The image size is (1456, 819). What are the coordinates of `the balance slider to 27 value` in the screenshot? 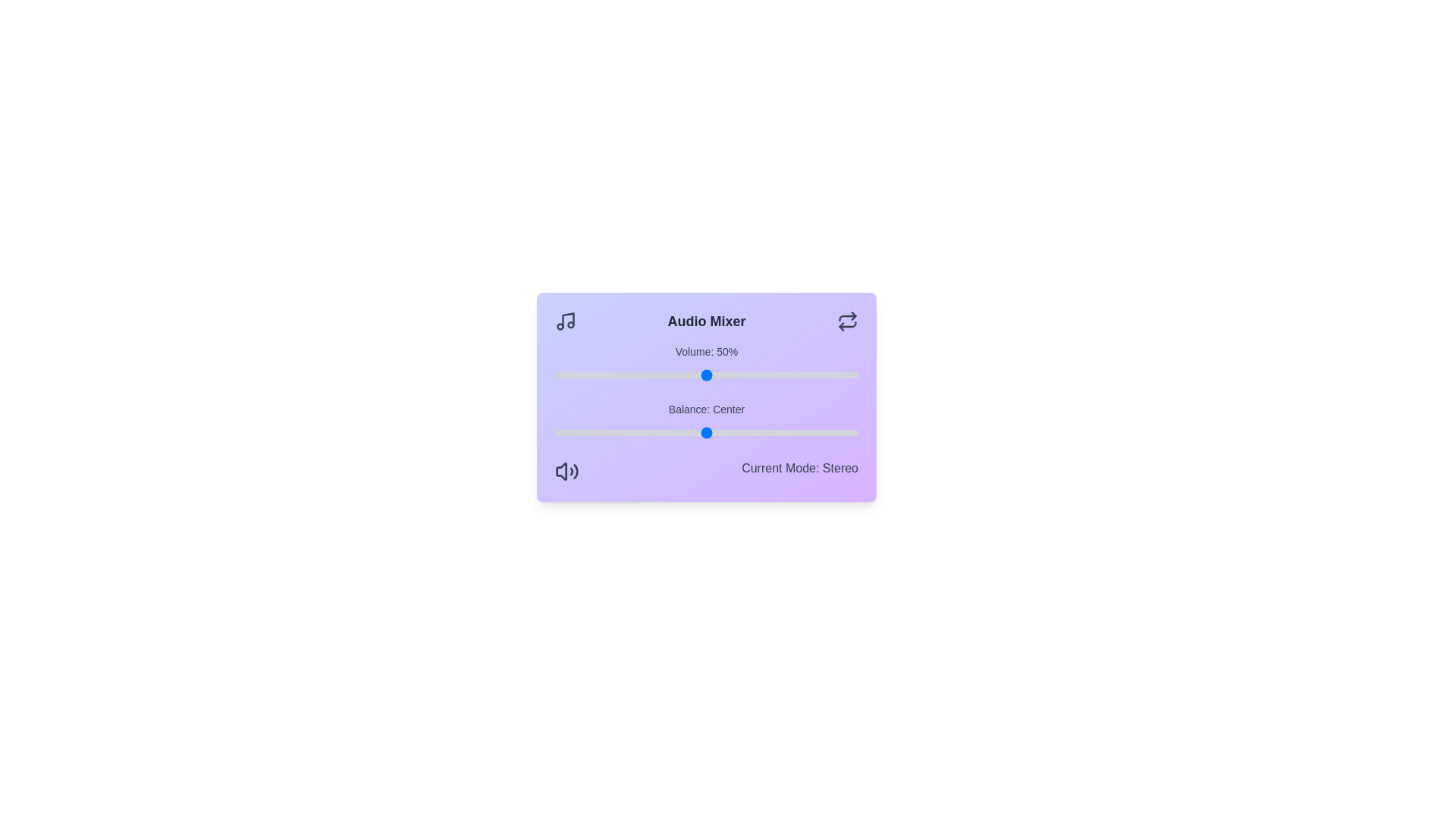 It's located at (789, 432).